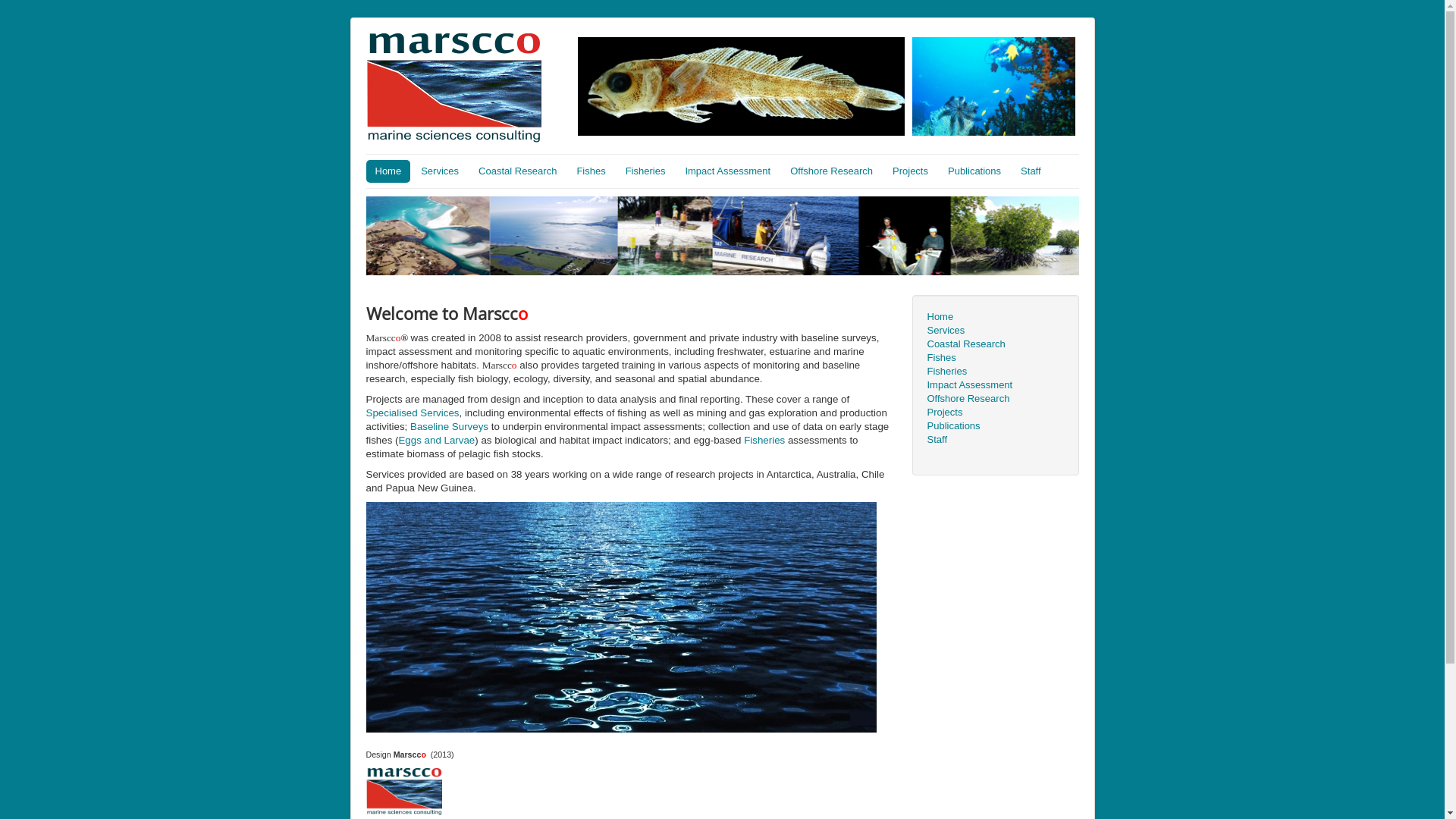 Image resolution: width=1456 pixels, height=819 pixels. What do you see at coordinates (994, 397) in the screenshot?
I see `'Offshore Research'` at bounding box center [994, 397].